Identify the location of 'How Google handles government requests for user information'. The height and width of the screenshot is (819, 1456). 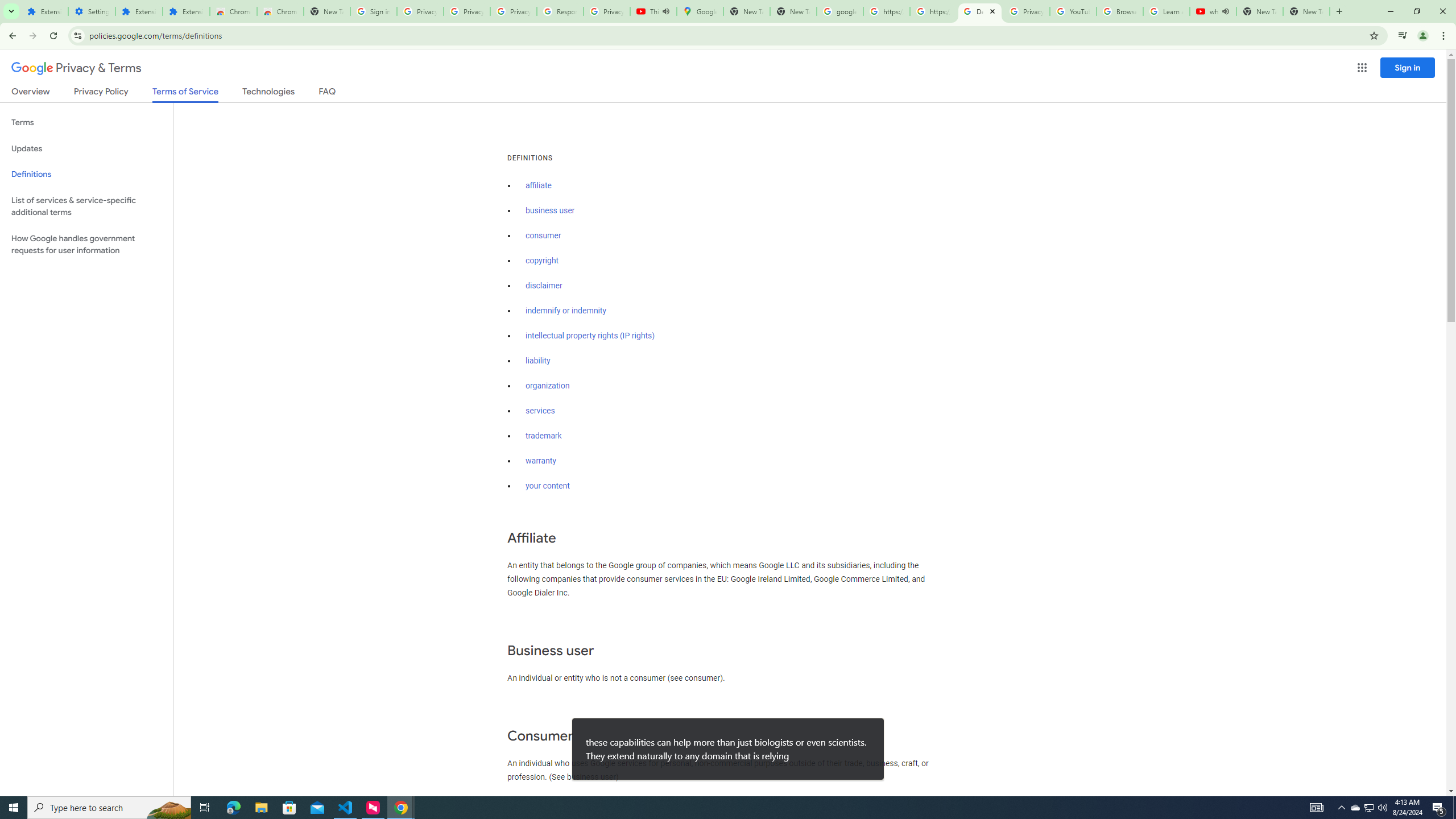
(86, 243).